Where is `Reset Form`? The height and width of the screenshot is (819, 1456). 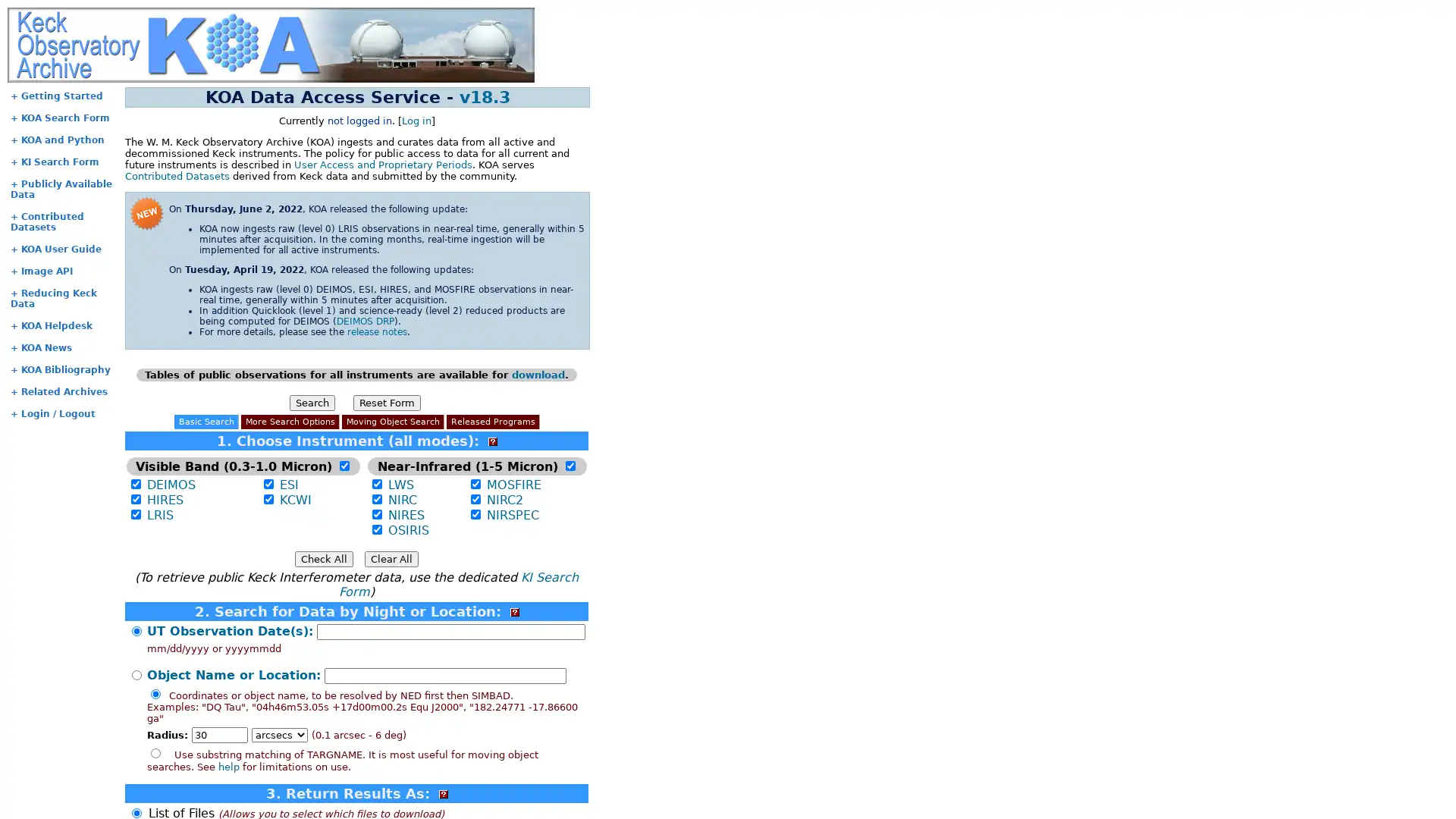
Reset Form is located at coordinates (387, 402).